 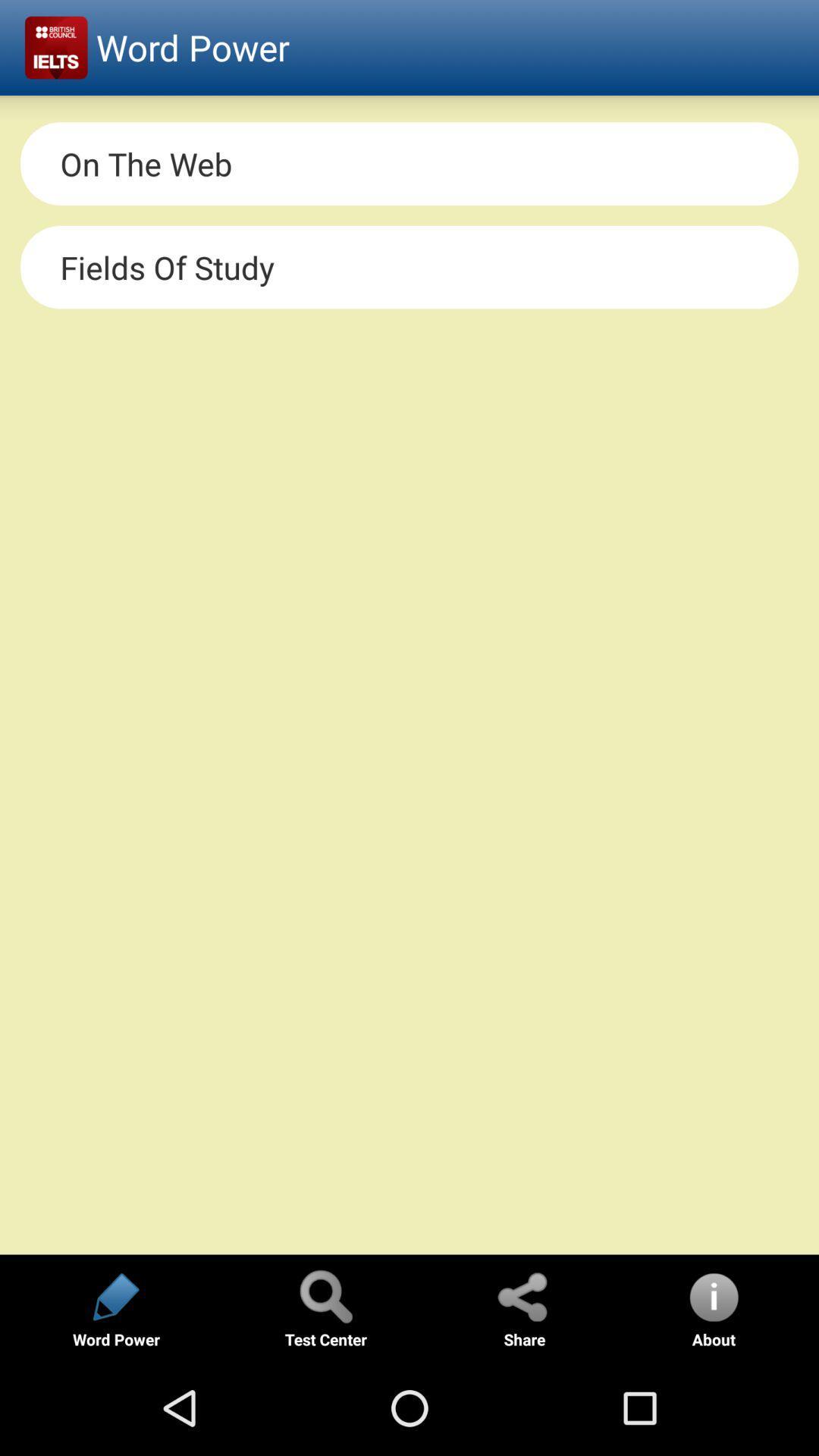 I want to click on fields of study icon, so click(x=409, y=267).